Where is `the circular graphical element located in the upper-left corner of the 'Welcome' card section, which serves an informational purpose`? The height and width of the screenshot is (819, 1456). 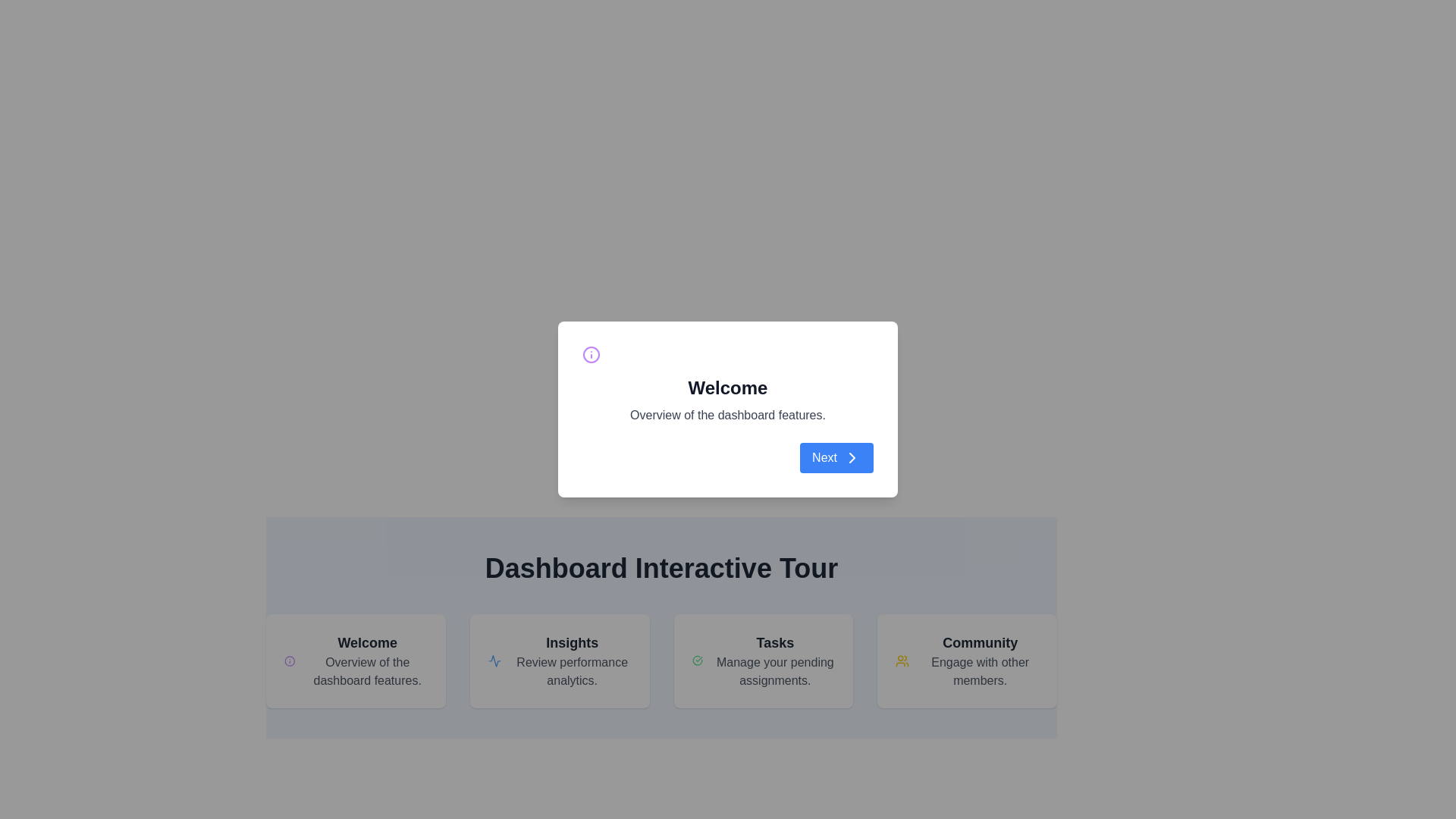 the circular graphical element located in the upper-left corner of the 'Welcome' card section, which serves an informational purpose is located at coordinates (290, 660).